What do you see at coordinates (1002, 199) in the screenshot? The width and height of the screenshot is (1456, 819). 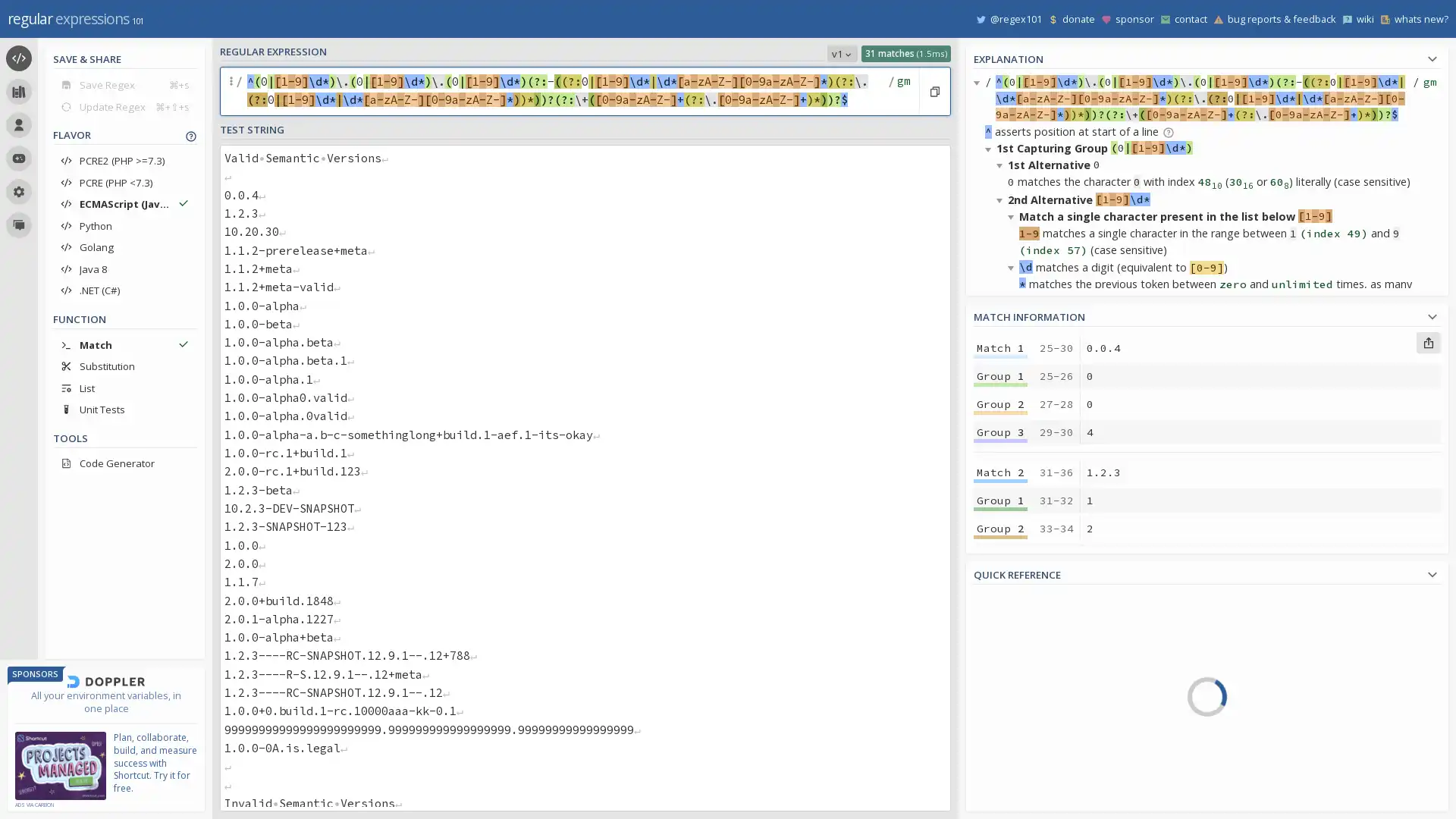 I see `Collapse Subtree` at bounding box center [1002, 199].